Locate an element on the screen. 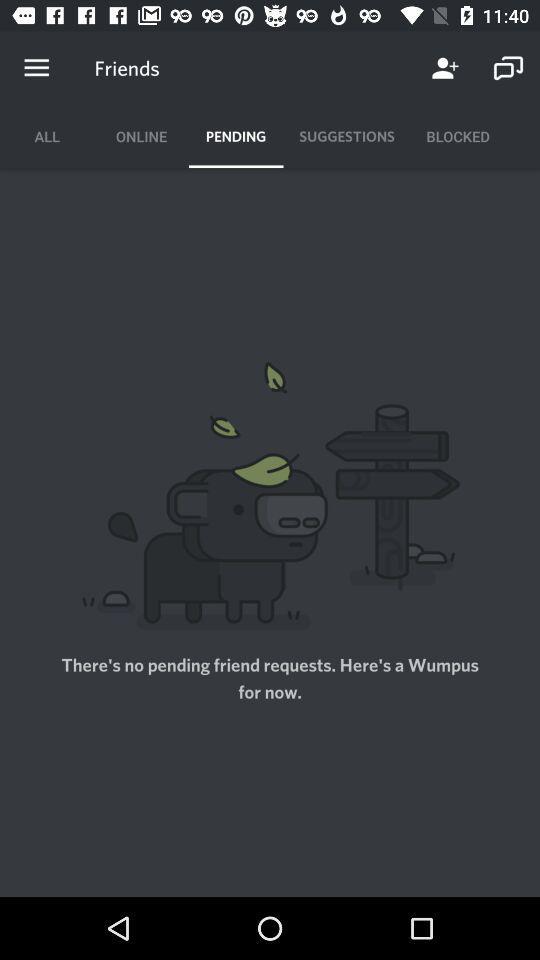 This screenshot has height=960, width=540. the item above the all icon is located at coordinates (36, 68).